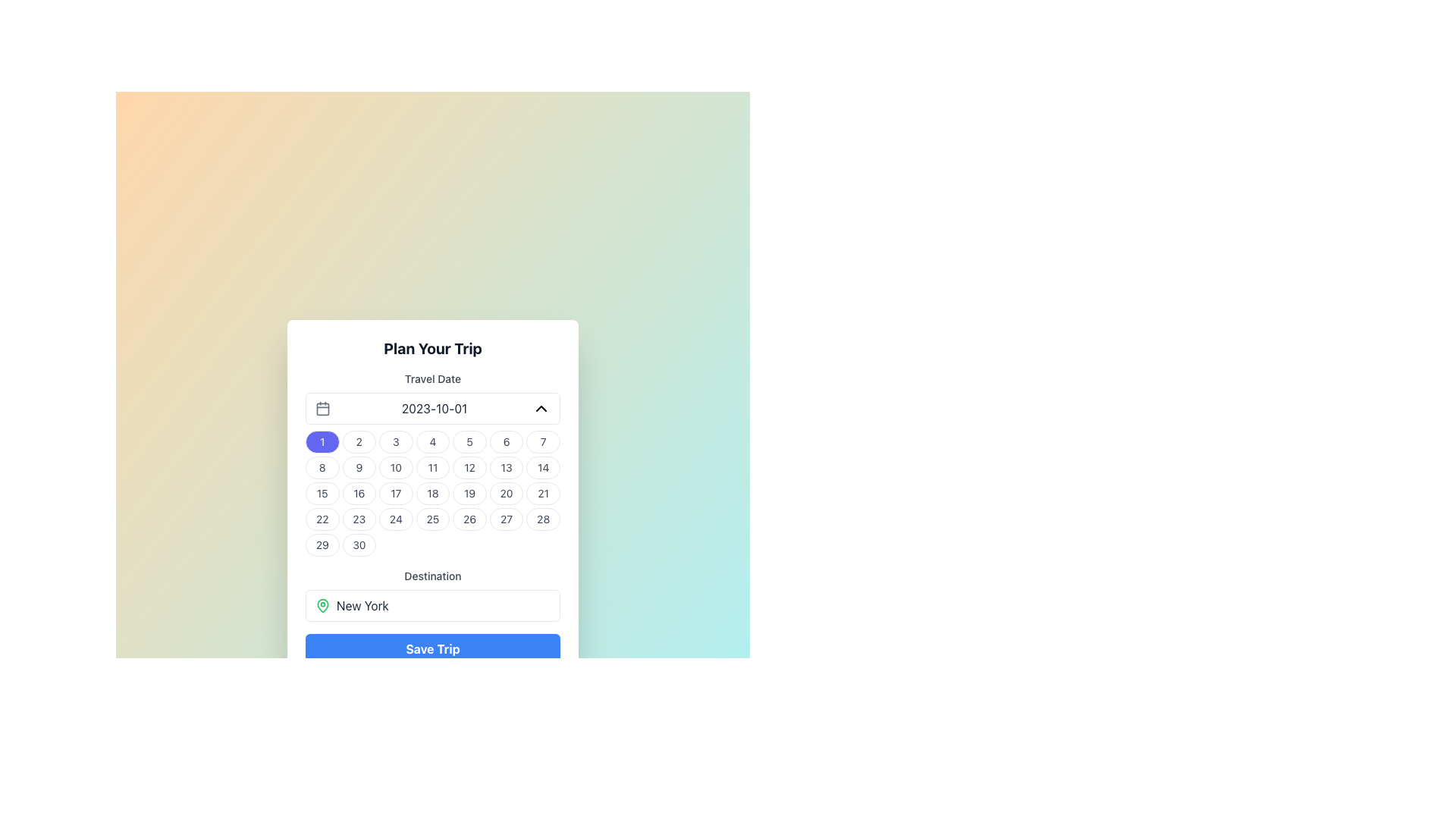 This screenshot has height=819, width=1456. Describe the element at coordinates (322, 544) in the screenshot. I see `the selectable day button '29' in the date picker interface` at that location.